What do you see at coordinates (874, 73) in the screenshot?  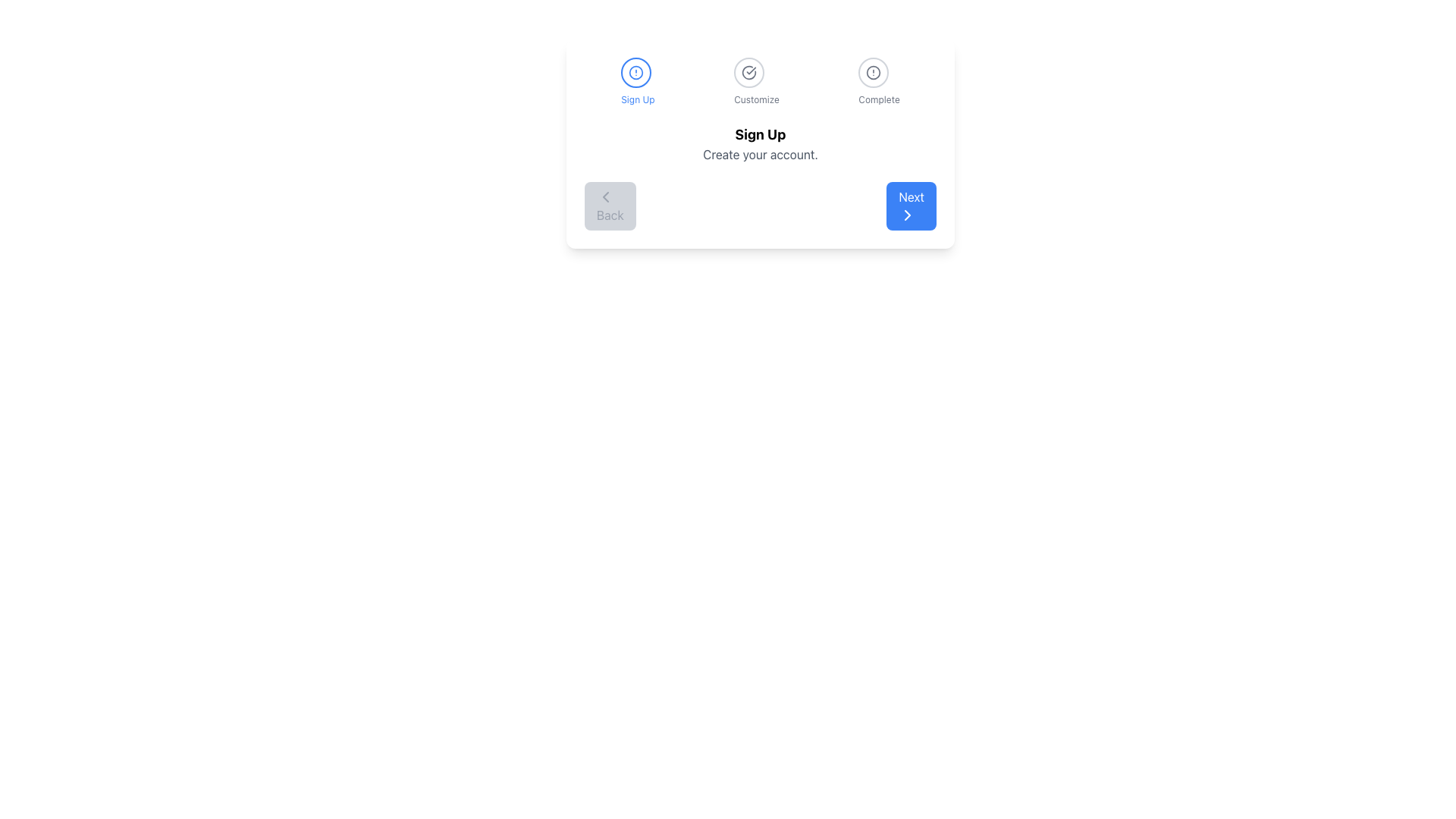 I see `the circular icon with a gray border that features an inner alert symbol, located in the rightmost position of the step tracker section beneath the word 'Complete'` at bounding box center [874, 73].